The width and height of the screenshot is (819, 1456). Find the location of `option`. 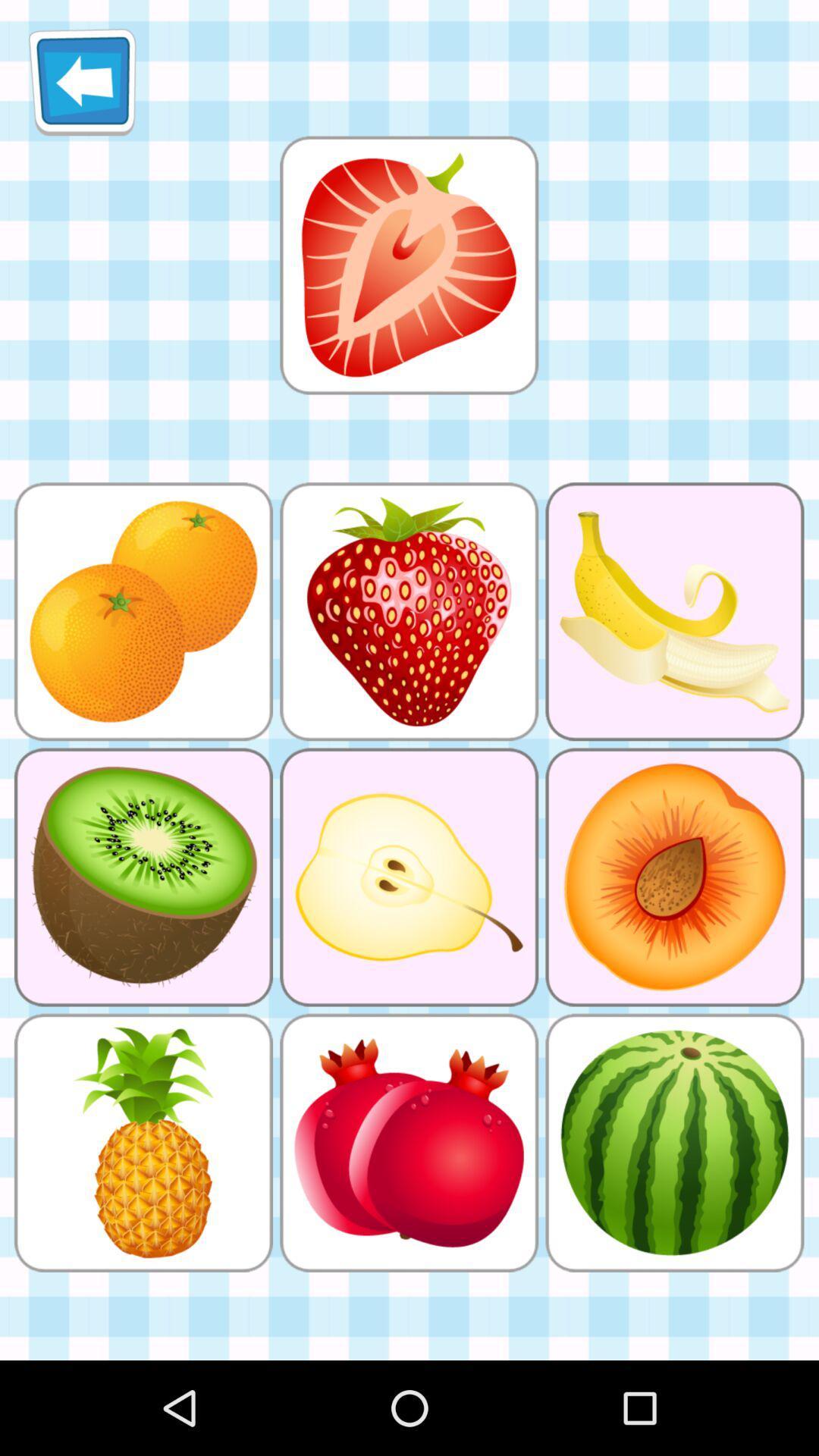

option is located at coordinates (408, 265).